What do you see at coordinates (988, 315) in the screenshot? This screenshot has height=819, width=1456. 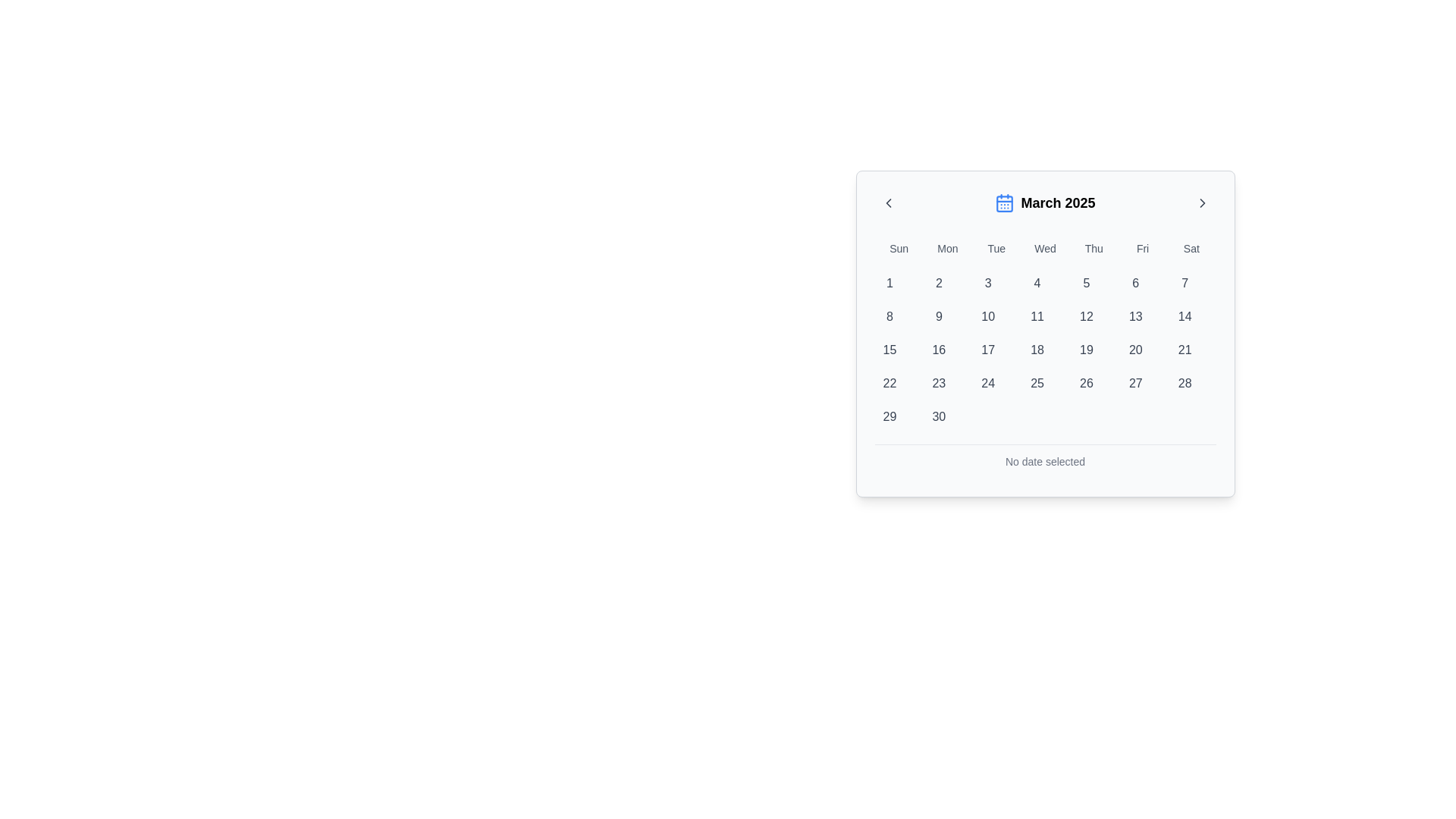 I see `the circular button labeled '10' in the second row, third column of the calendar grid` at bounding box center [988, 315].